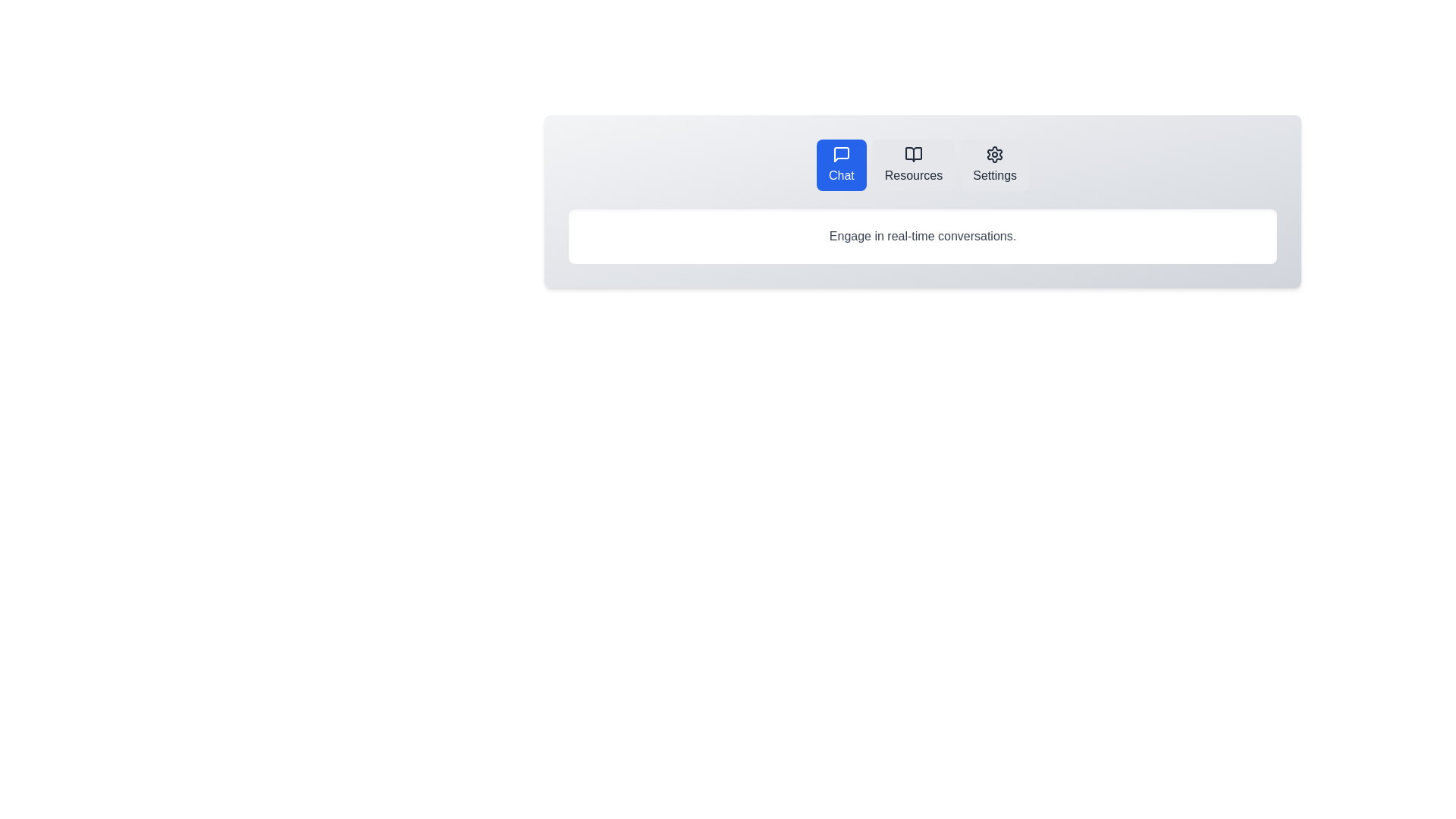 The image size is (1456, 819). I want to click on the 'Resources' icon located in the horizontal navigation bar, which is the second option between 'Chat' and 'Settings', so click(912, 155).